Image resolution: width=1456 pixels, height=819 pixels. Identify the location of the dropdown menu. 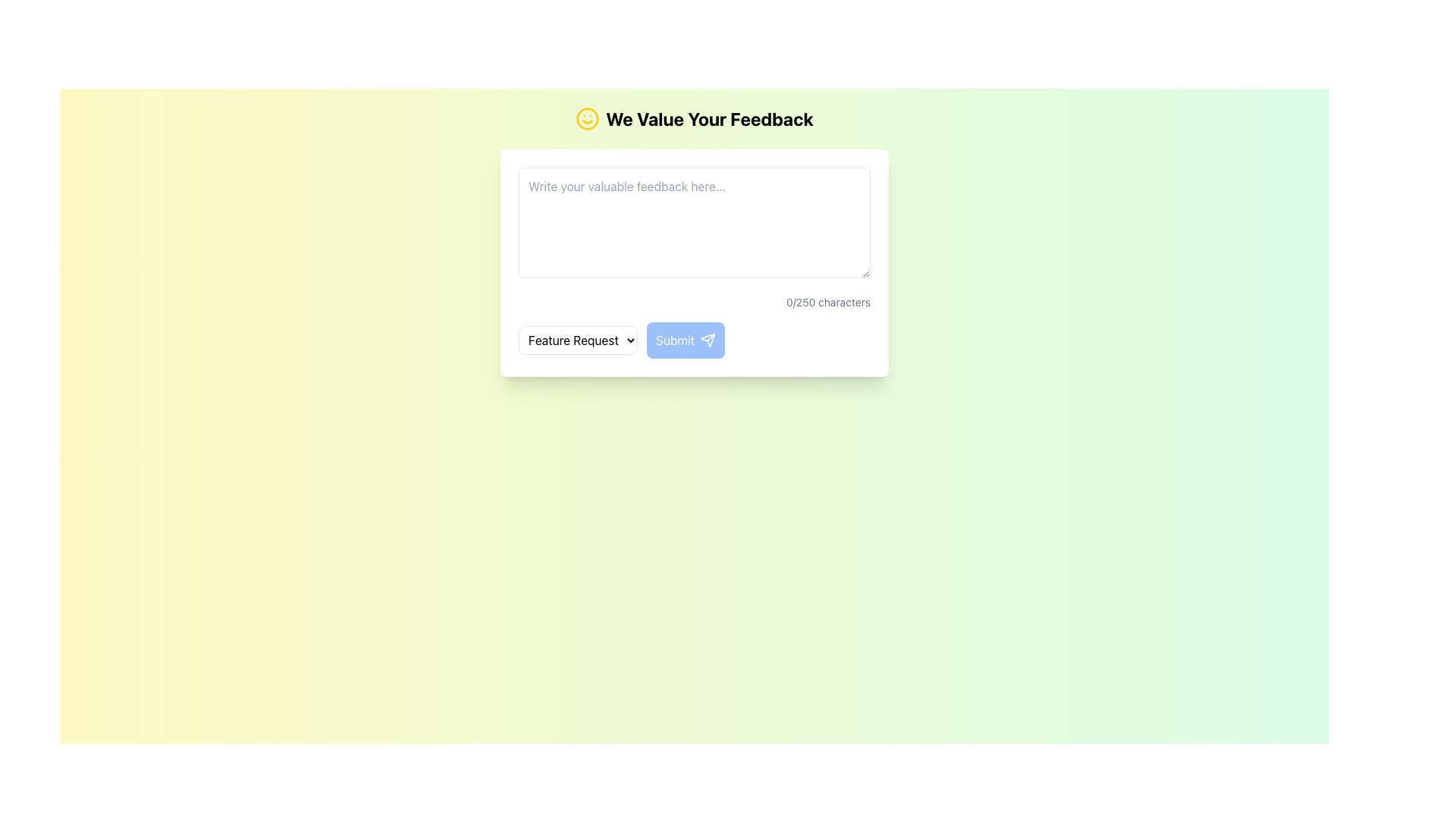
(577, 339).